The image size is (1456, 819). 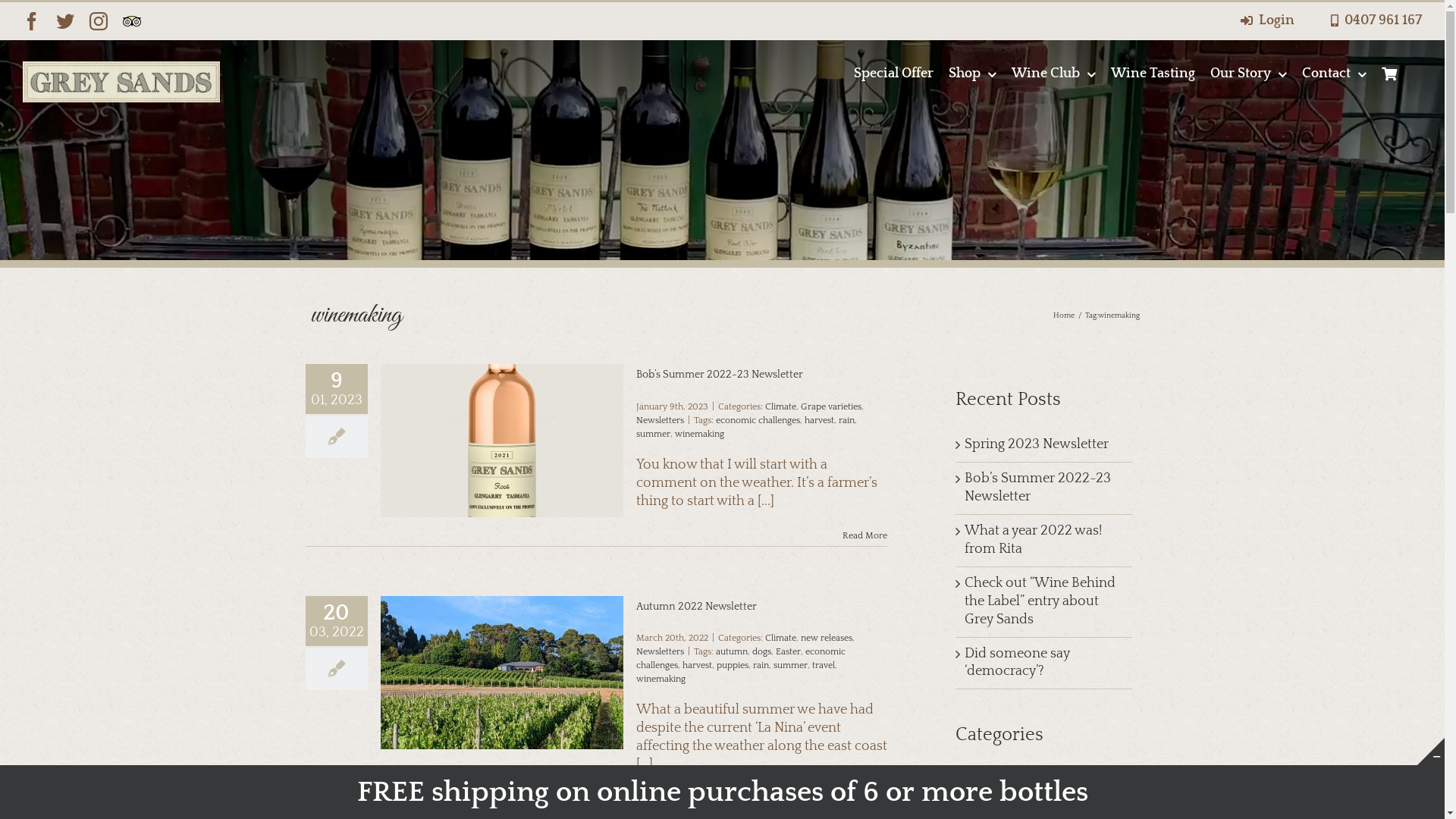 I want to click on 'Wine Club', so click(x=1012, y=82).